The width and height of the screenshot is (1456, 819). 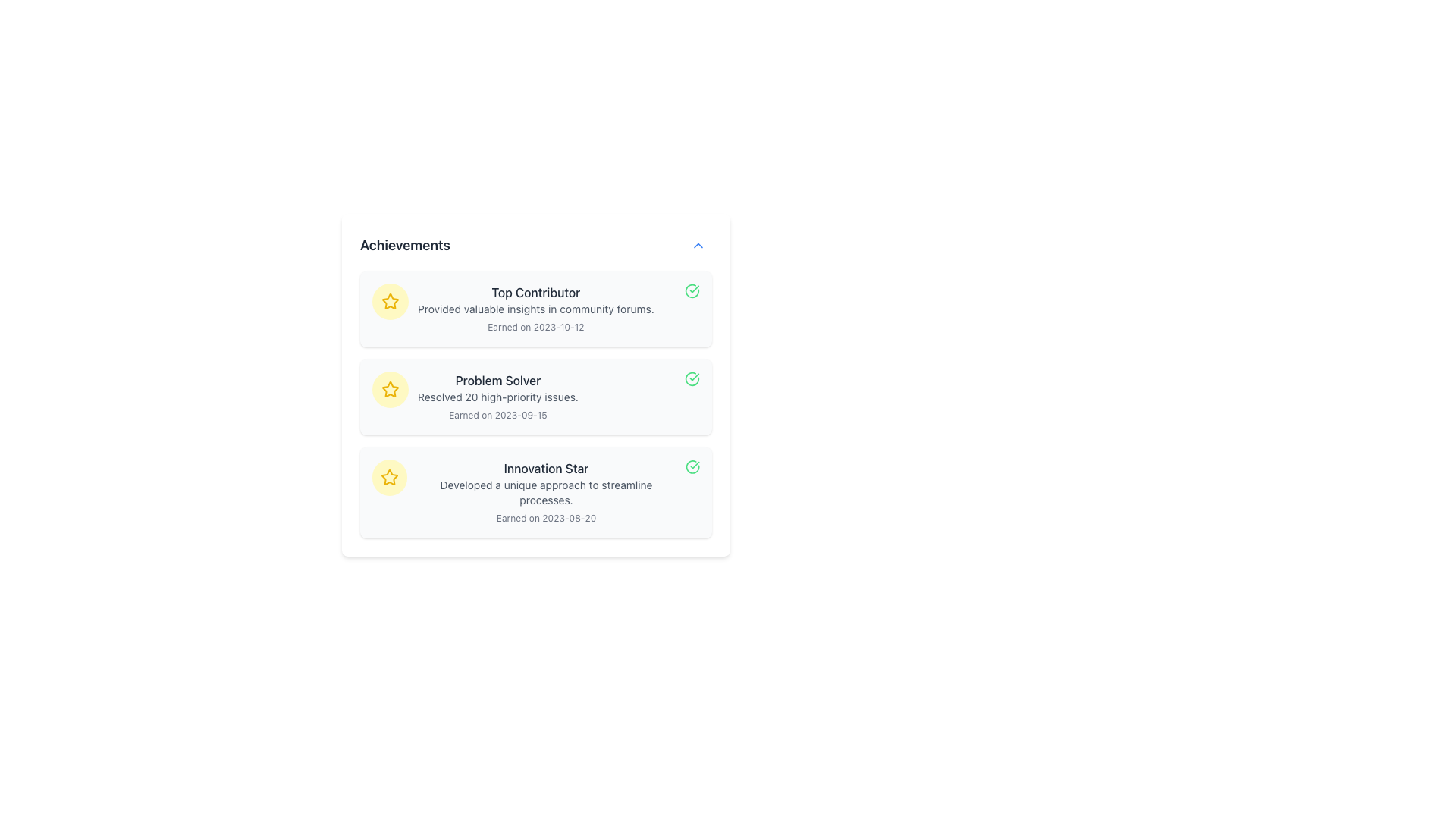 I want to click on the 'Innovation Star' achievement icon, so click(x=390, y=388).